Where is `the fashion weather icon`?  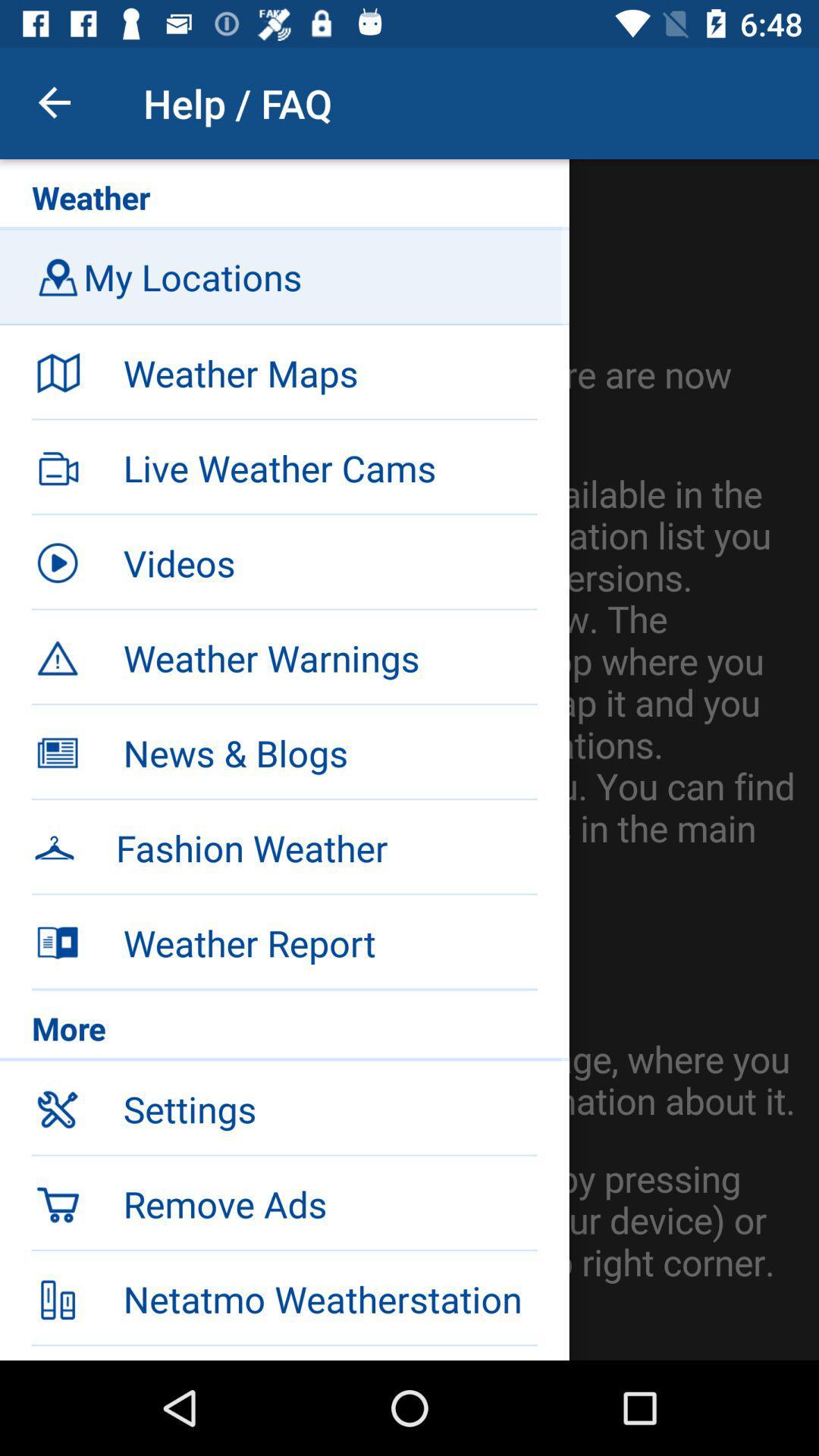 the fashion weather icon is located at coordinates (325, 847).